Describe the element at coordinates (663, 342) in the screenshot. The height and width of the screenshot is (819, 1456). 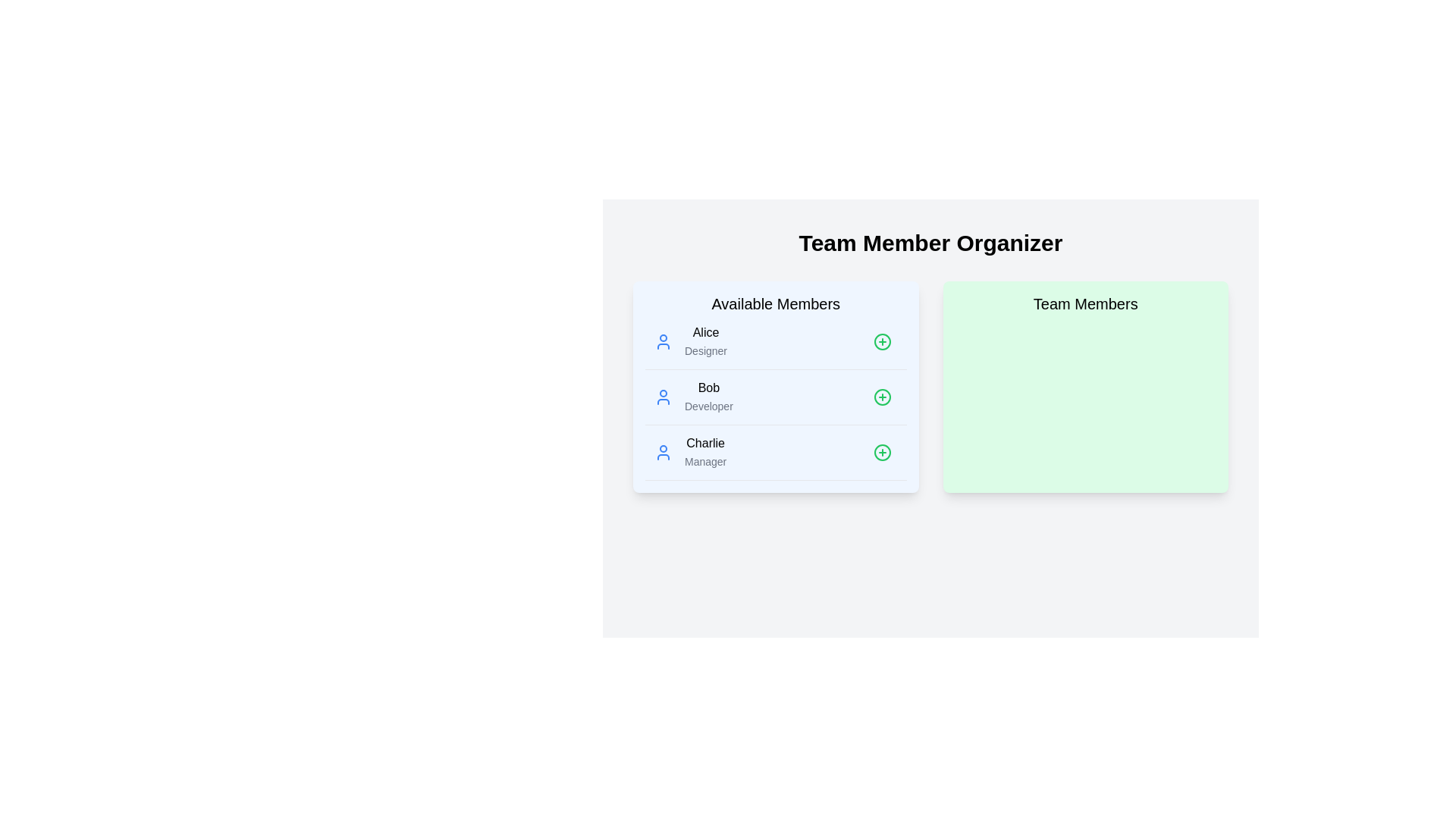
I see `the icon representing the user 'Alice' in the team member list, which is positioned as the leftmost element in the row` at that location.